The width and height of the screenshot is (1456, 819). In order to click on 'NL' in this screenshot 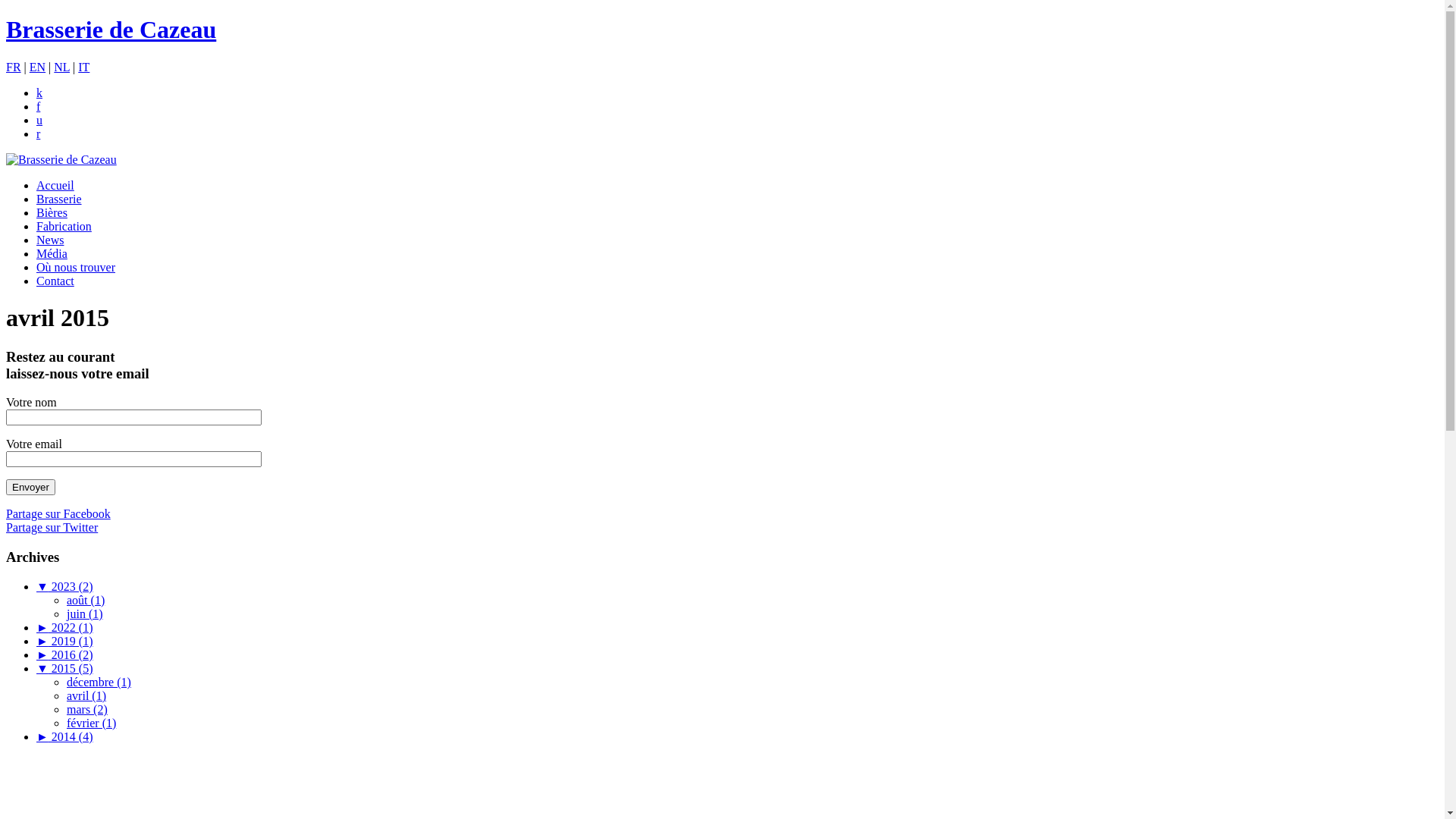, I will do `click(61, 66)`.